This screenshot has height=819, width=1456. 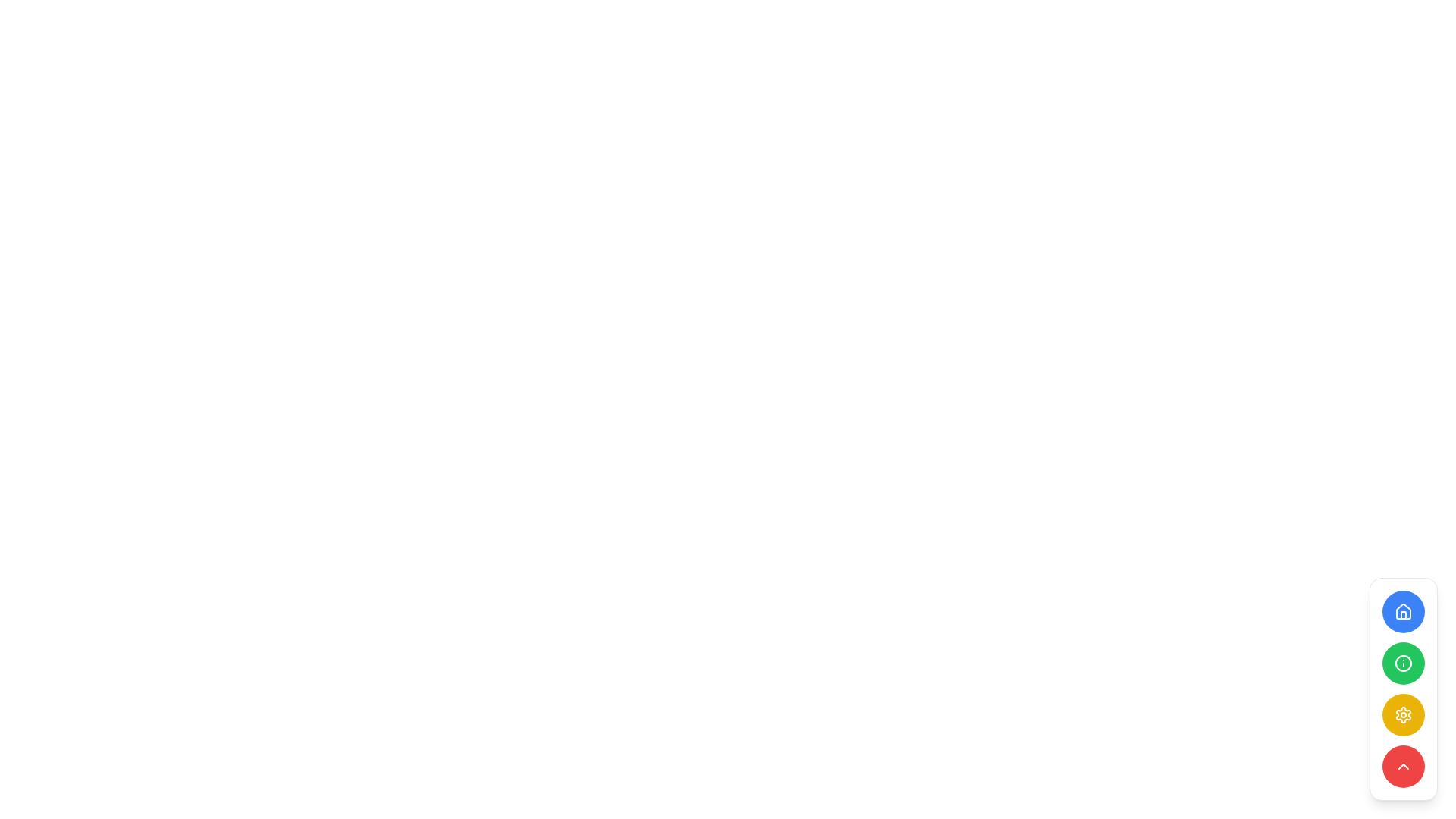 What do you see at coordinates (1403, 610) in the screenshot?
I see `the circular blue button with a house icon located on the right side of the interface` at bounding box center [1403, 610].